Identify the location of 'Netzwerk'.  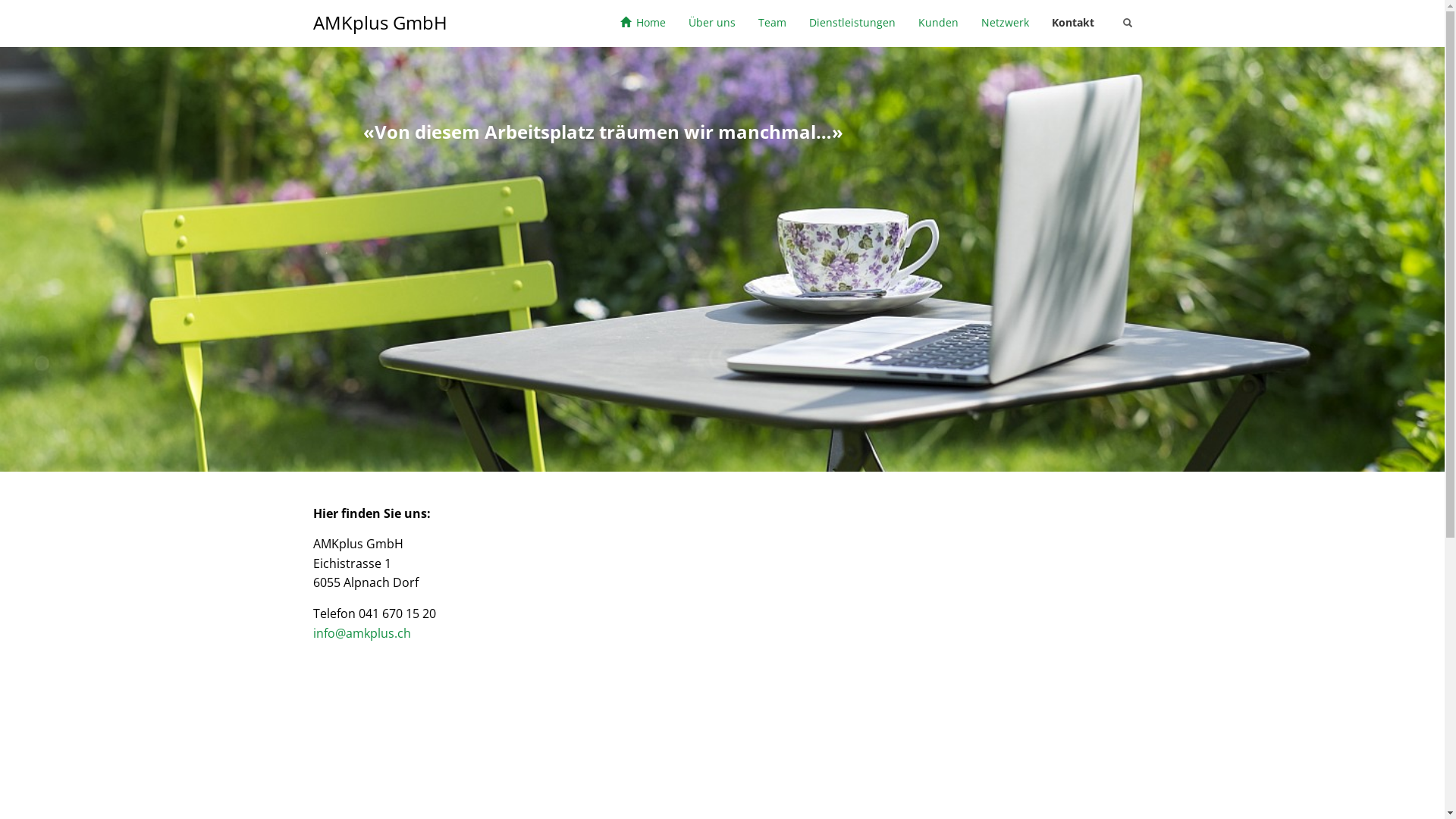
(1004, 23).